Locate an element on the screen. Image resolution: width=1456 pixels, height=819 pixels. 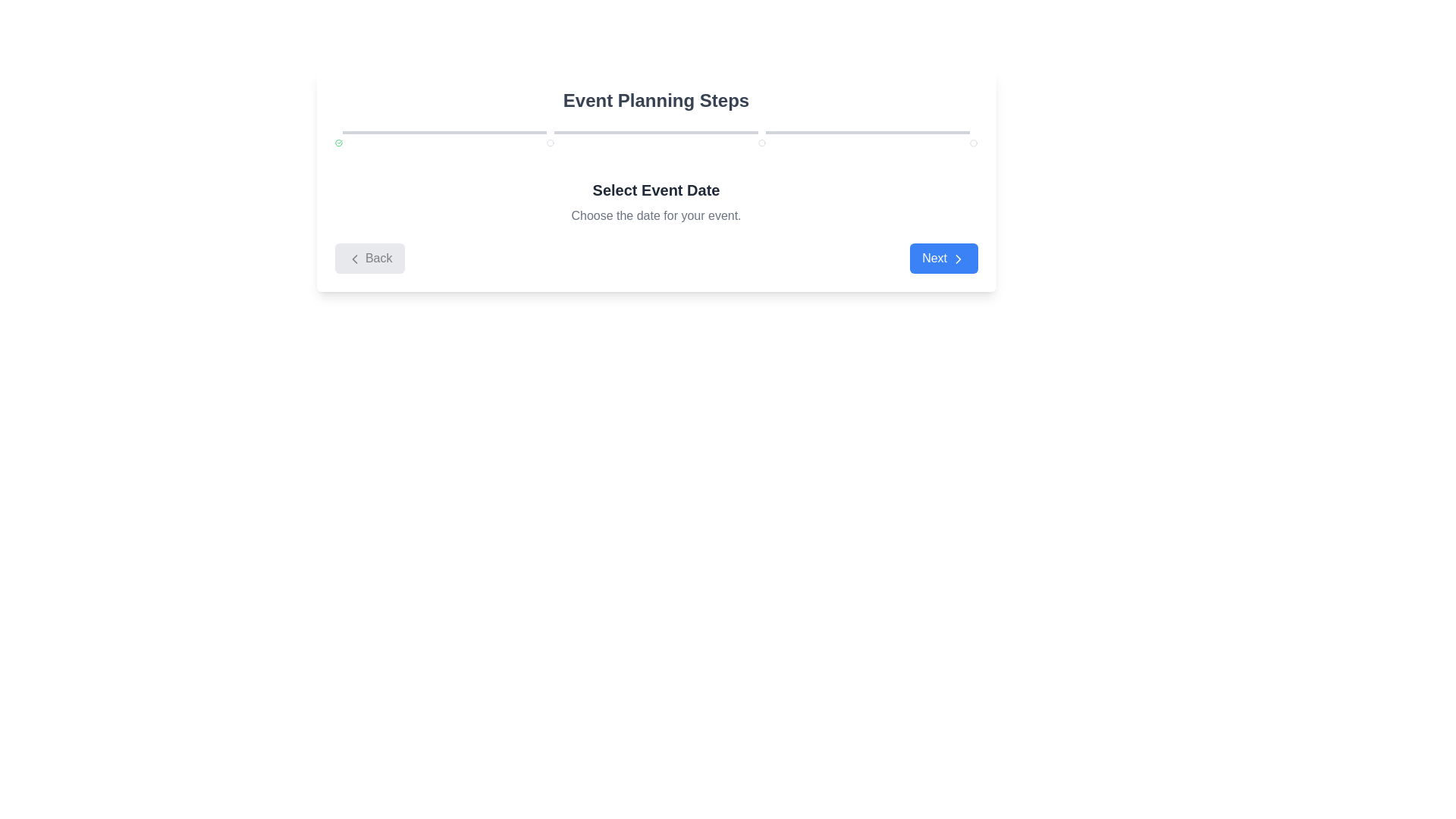
the design and presence of the Chevron Left icon located within the 'Back' button at the bottom left of the navigation interface is located at coordinates (353, 258).